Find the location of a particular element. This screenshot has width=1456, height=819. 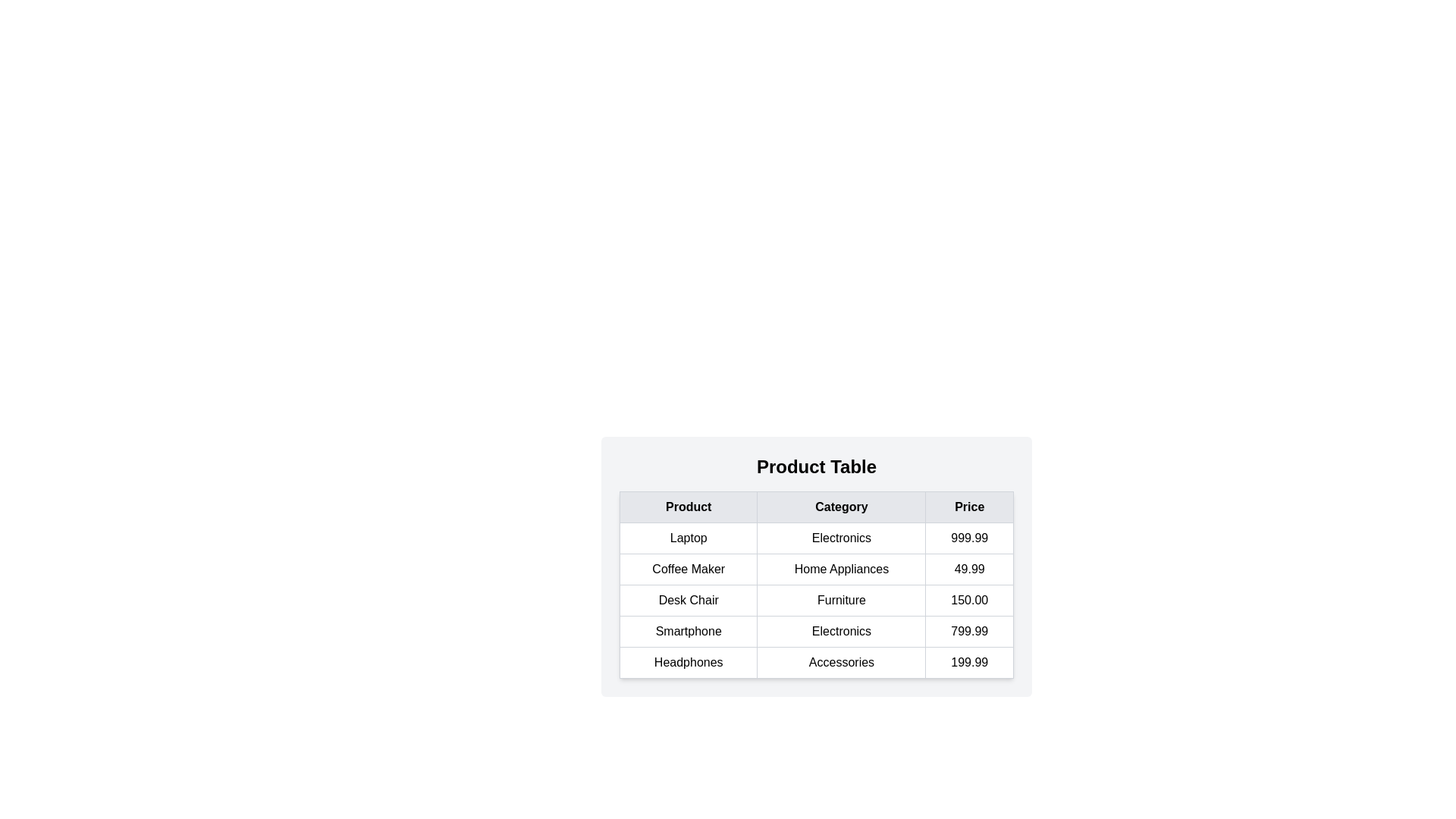

the text label displaying the product name located in the 'Product' column of the second row in the table is located at coordinates (688, 570).